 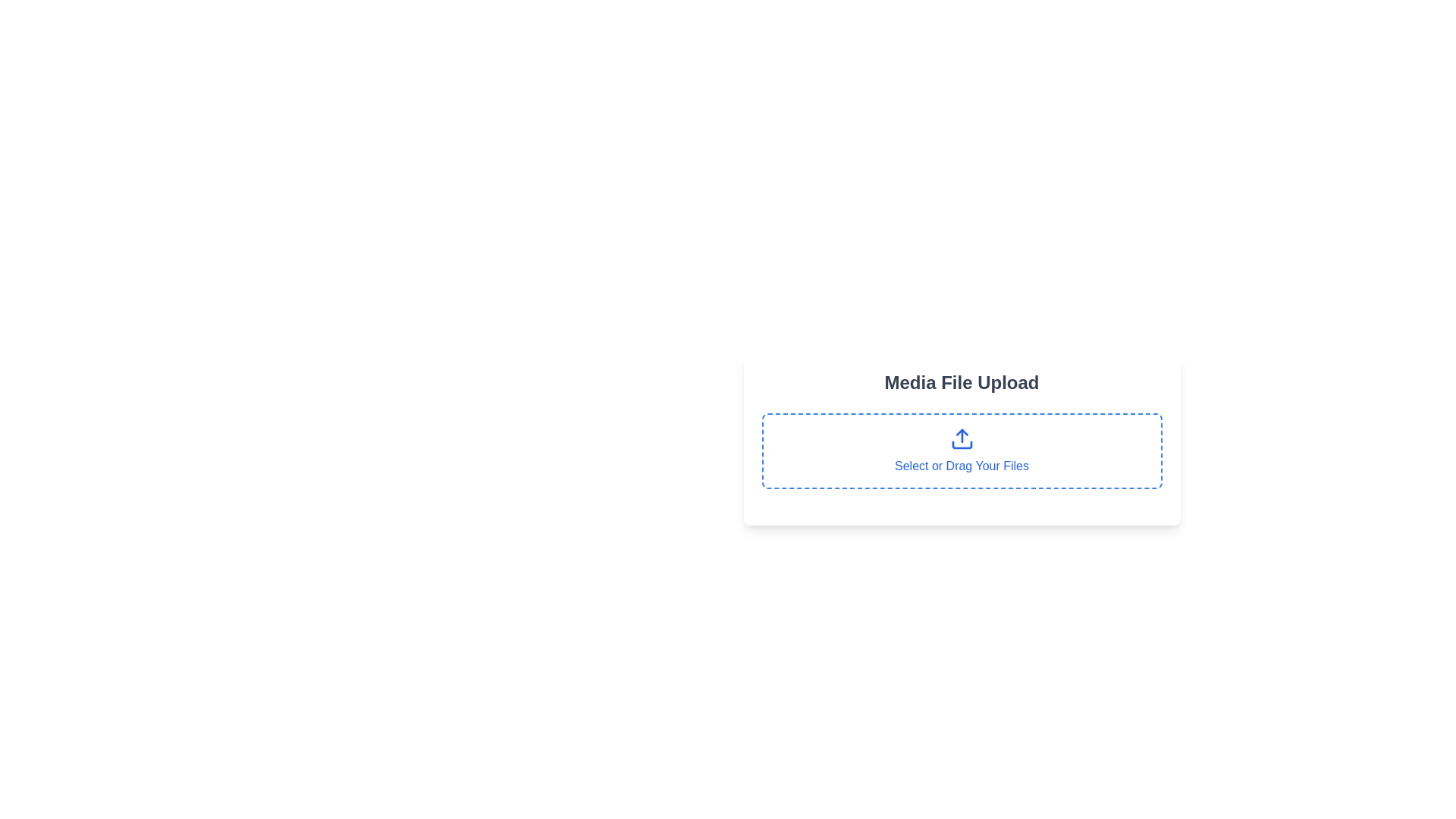 What do you see at coordinates (961, 438) in the screenshot?
I see `the file upload icon located at the center of the bordered dashed rectangle titled 'Select or Drag Your Files'` at bounding box center [961, 438].